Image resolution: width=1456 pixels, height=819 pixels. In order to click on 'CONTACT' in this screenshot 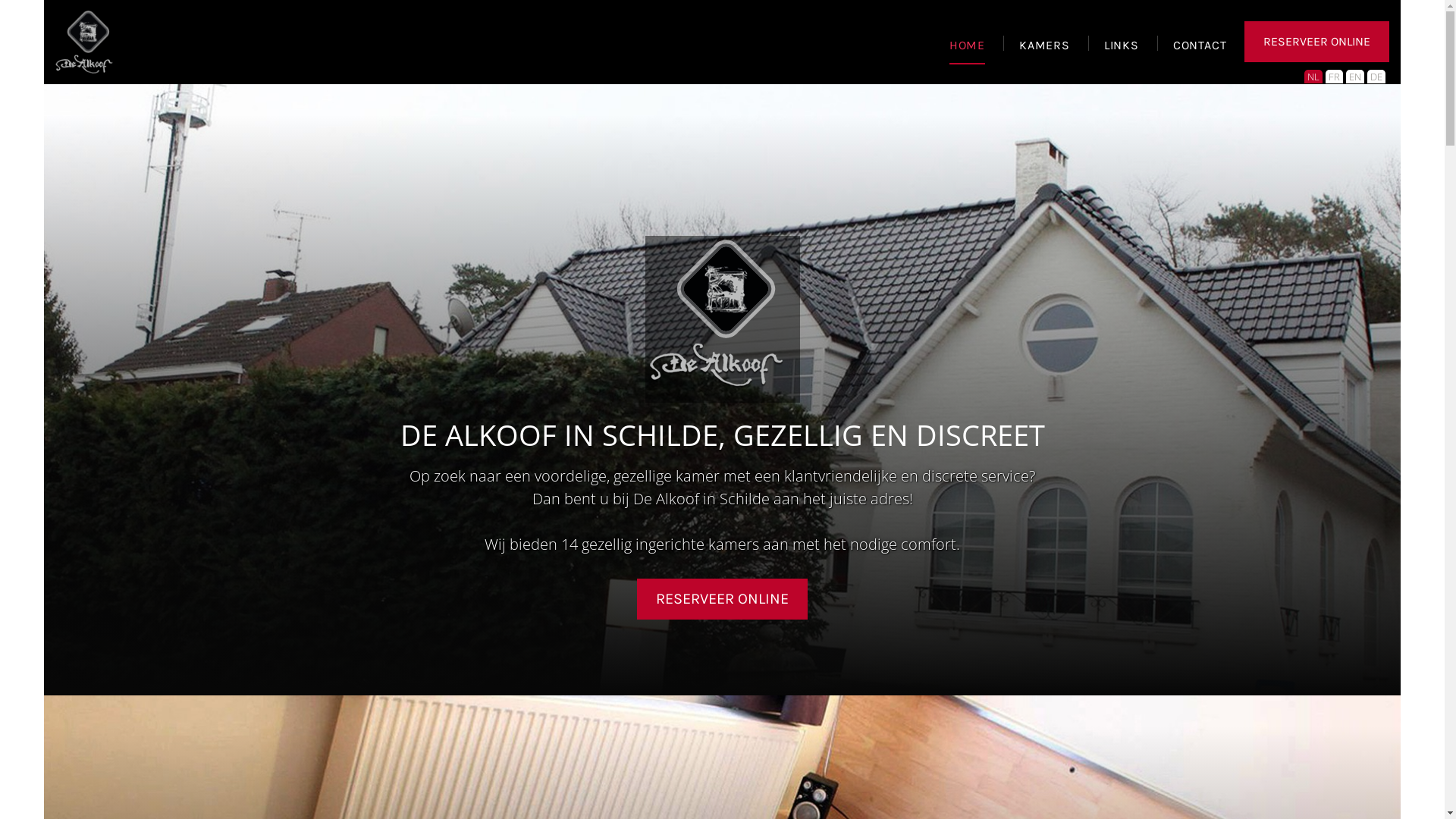, I will do `click(1199, 50)`.